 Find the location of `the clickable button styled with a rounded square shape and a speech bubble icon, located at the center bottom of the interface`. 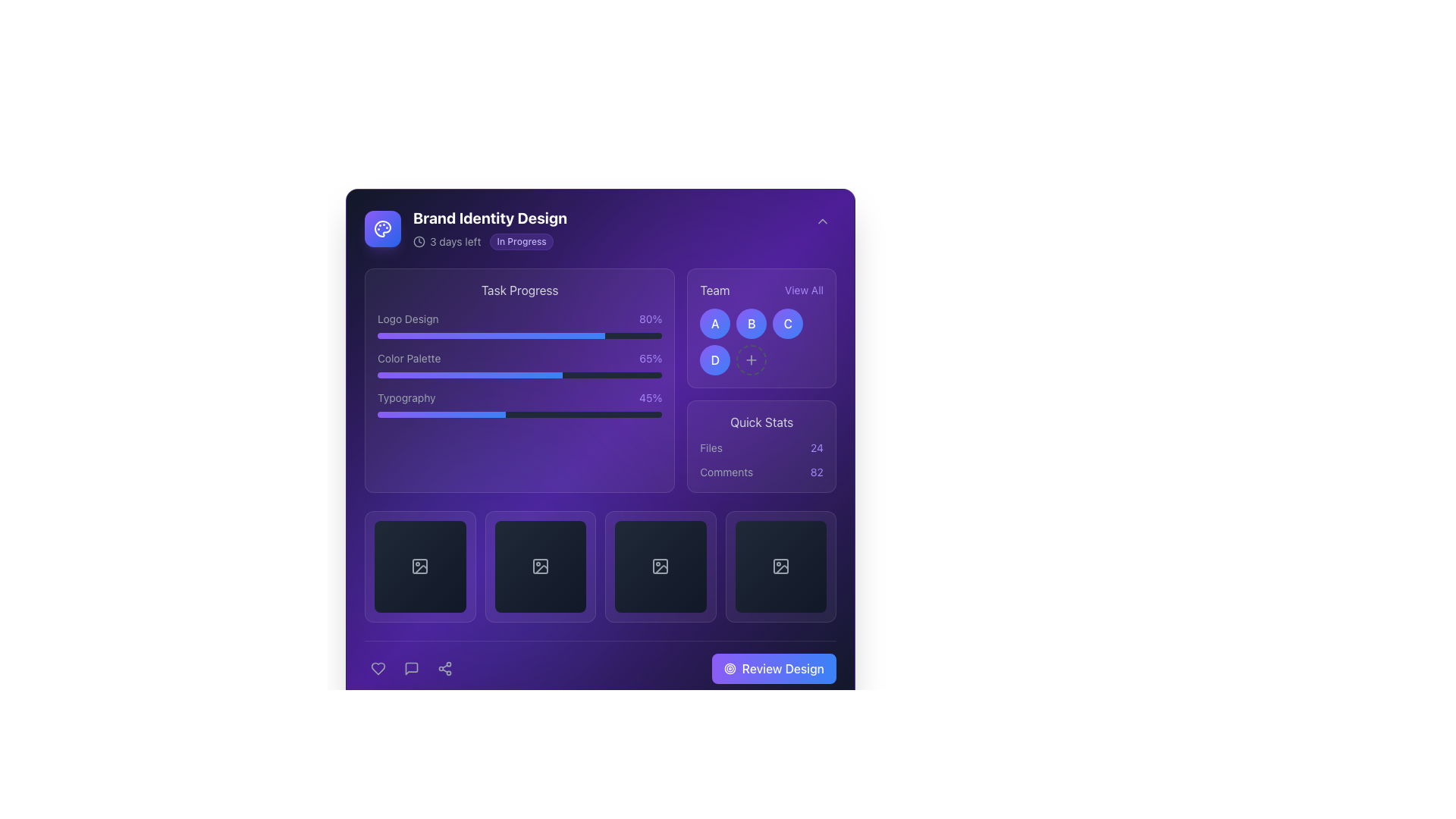

the clickable button styled with a rounded square shape and a speech bubble icon, located at the center bottom of the interface is located at coordinates (411, 667).